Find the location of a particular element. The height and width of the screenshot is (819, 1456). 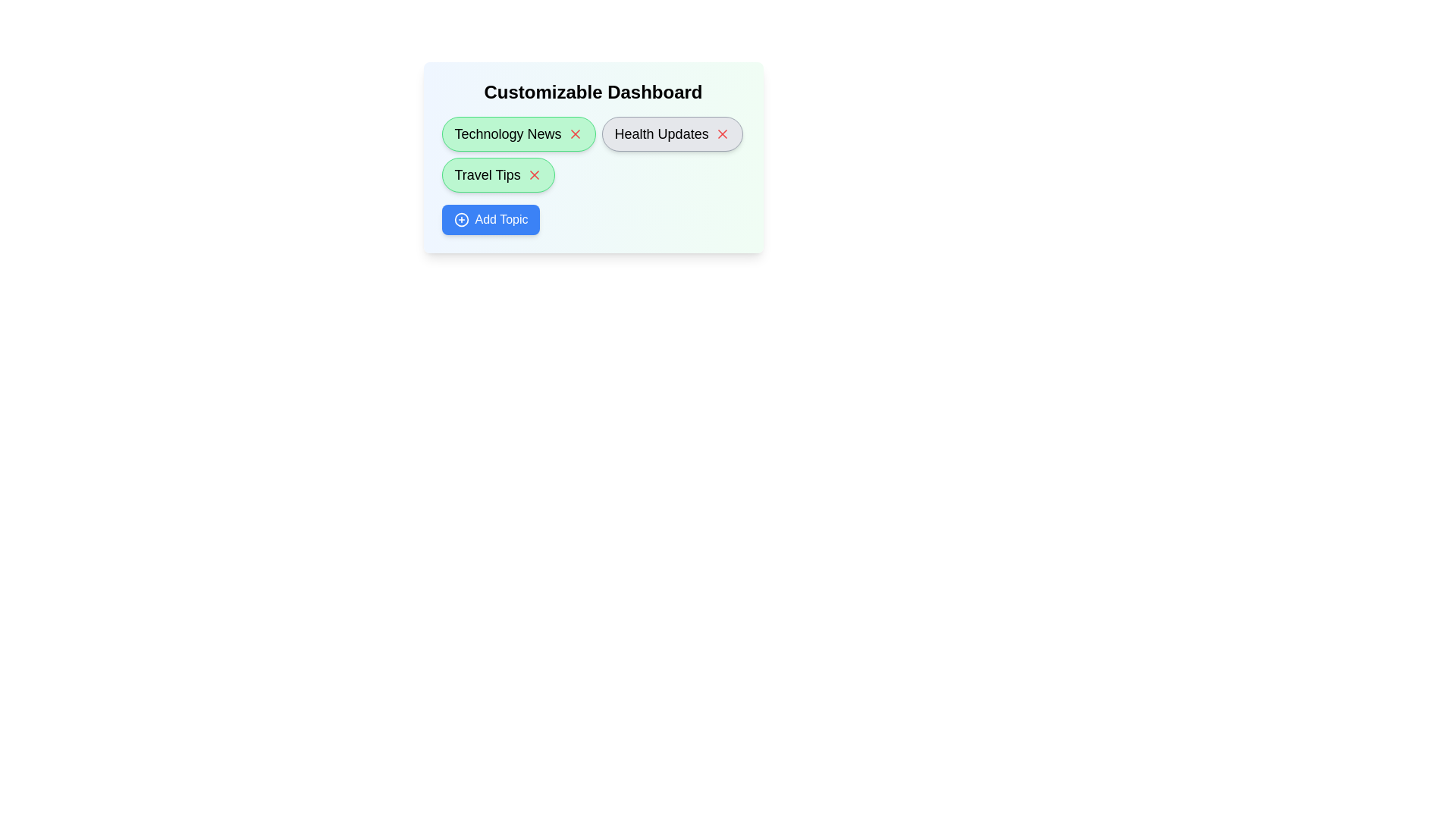

the 'Add Topic' button to add a new topic to the dashboard is located at coordinates (491, 219).